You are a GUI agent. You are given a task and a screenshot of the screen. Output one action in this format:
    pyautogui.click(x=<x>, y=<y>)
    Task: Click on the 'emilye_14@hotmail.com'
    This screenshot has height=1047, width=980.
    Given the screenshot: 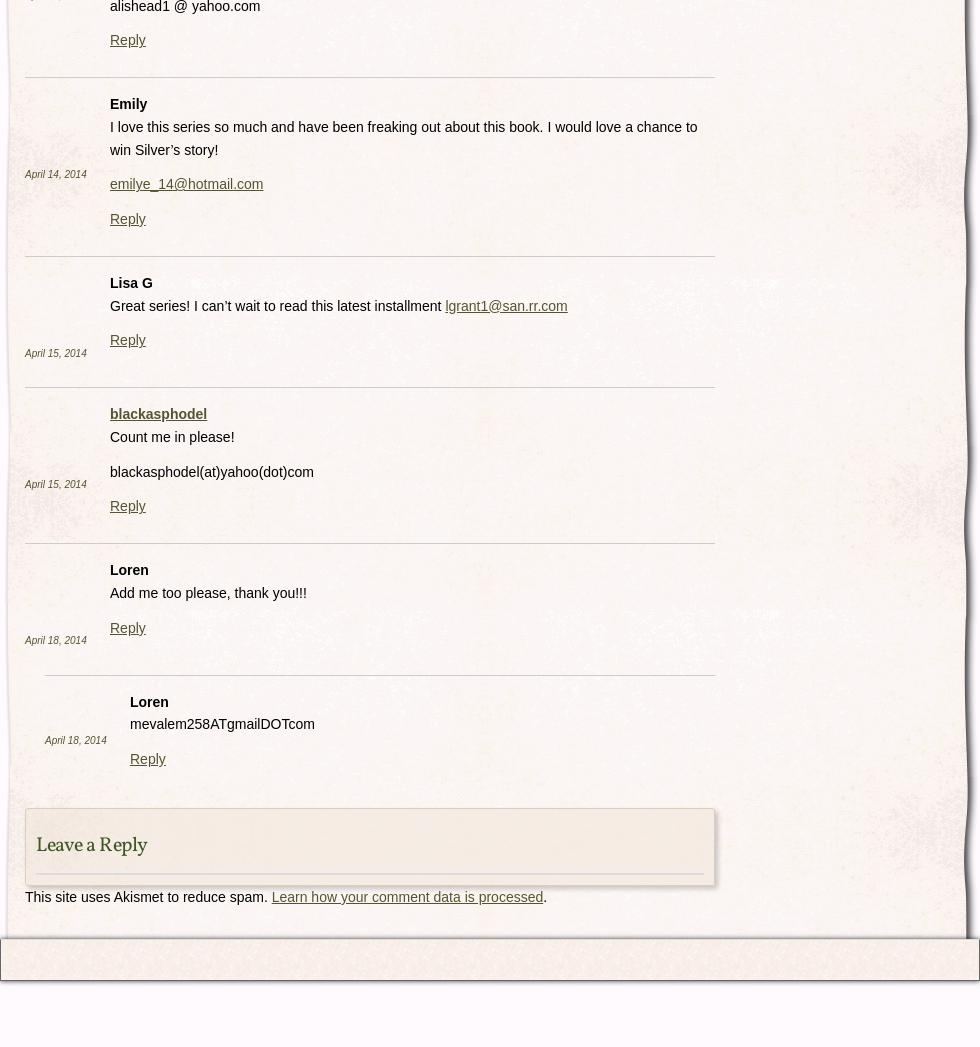 What is the action you would take?
    pyautogui.click(x=186, y=183)
    